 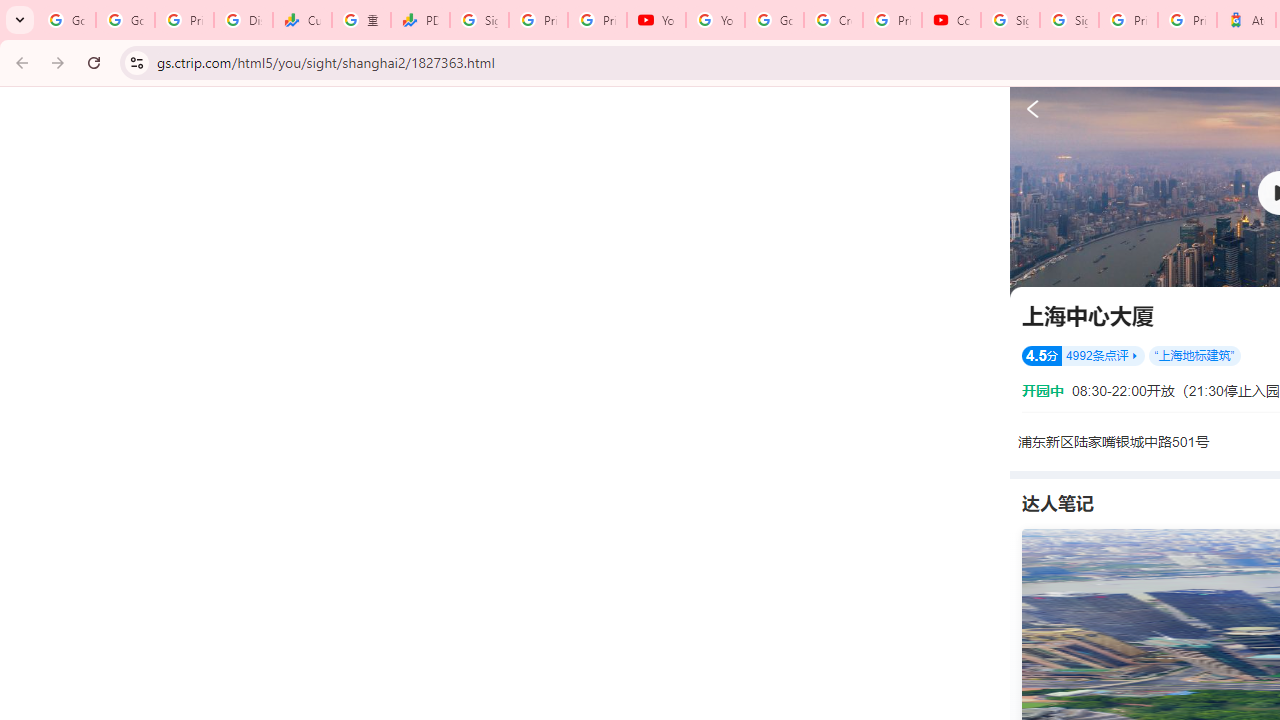 I want to click on 'PDD Holdings Inc - ADR (PDD) Price & News - Google Finance', so click(x=419, y=20).